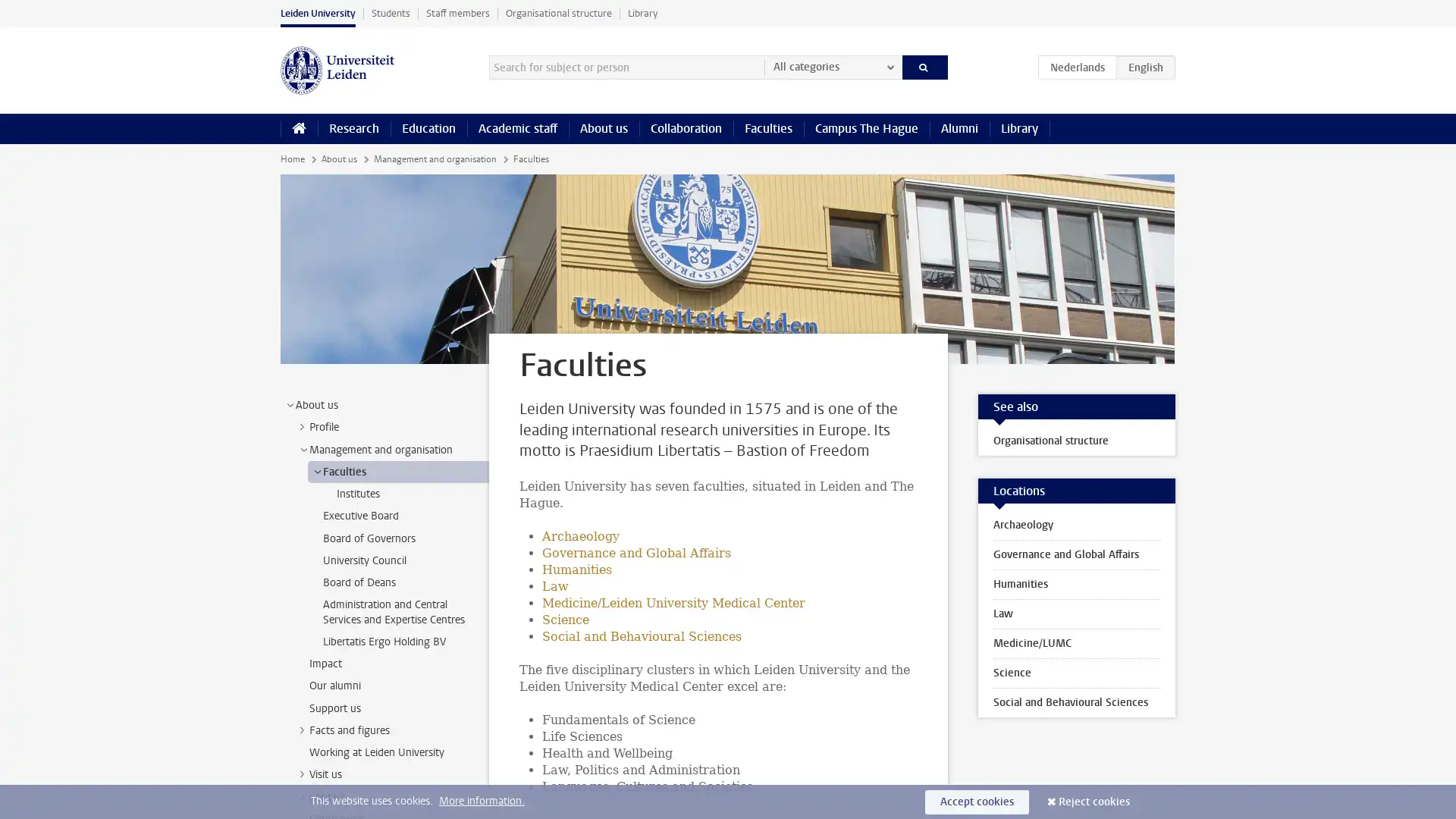  I want to click on >, so click(302, 728).